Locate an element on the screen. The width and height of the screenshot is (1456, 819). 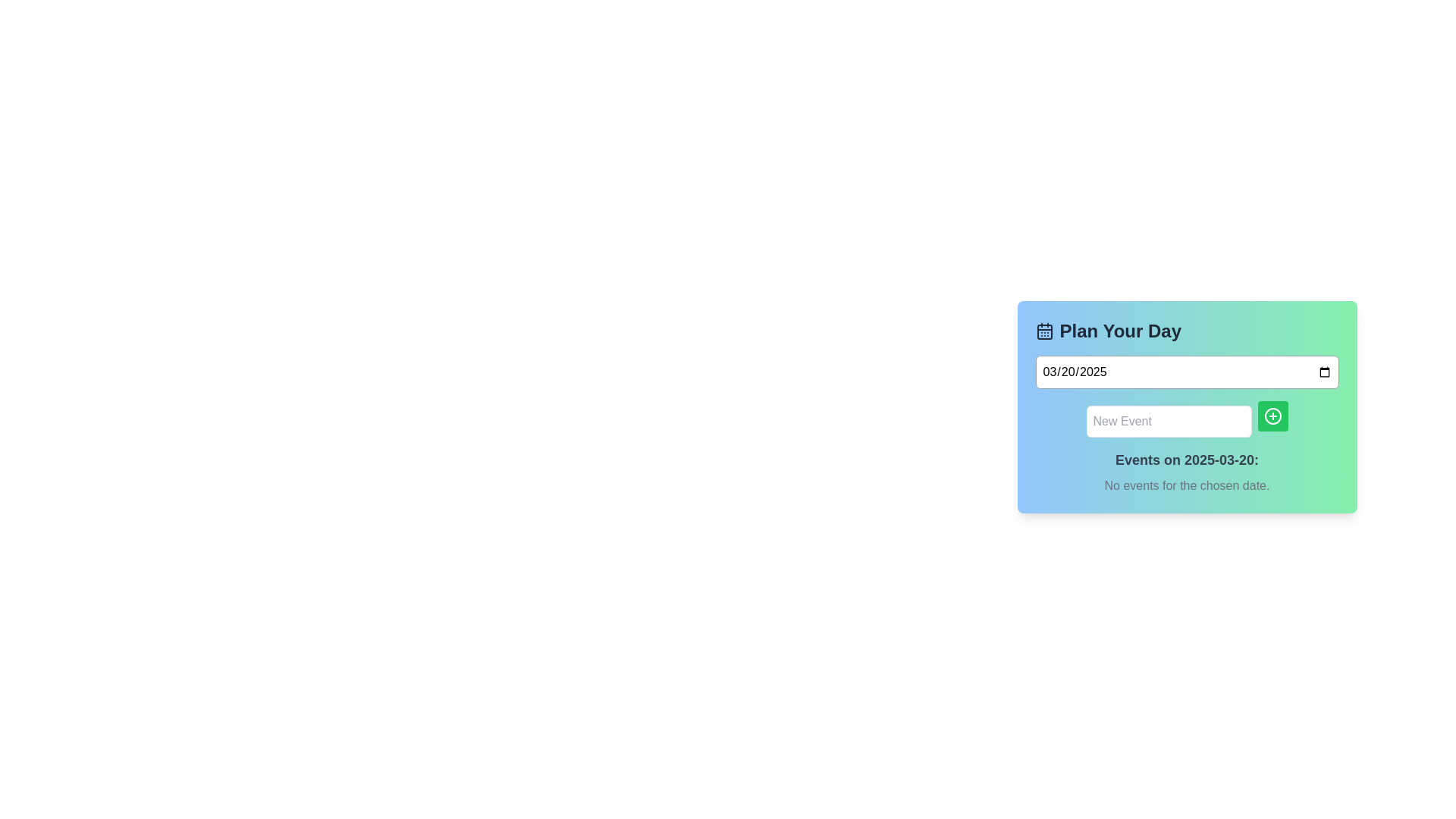
the decorative graphical element that visually represents the calendar icon, located at the top-left corner of the 'Plan Your Day' card is located at coordinates (1043, 331).